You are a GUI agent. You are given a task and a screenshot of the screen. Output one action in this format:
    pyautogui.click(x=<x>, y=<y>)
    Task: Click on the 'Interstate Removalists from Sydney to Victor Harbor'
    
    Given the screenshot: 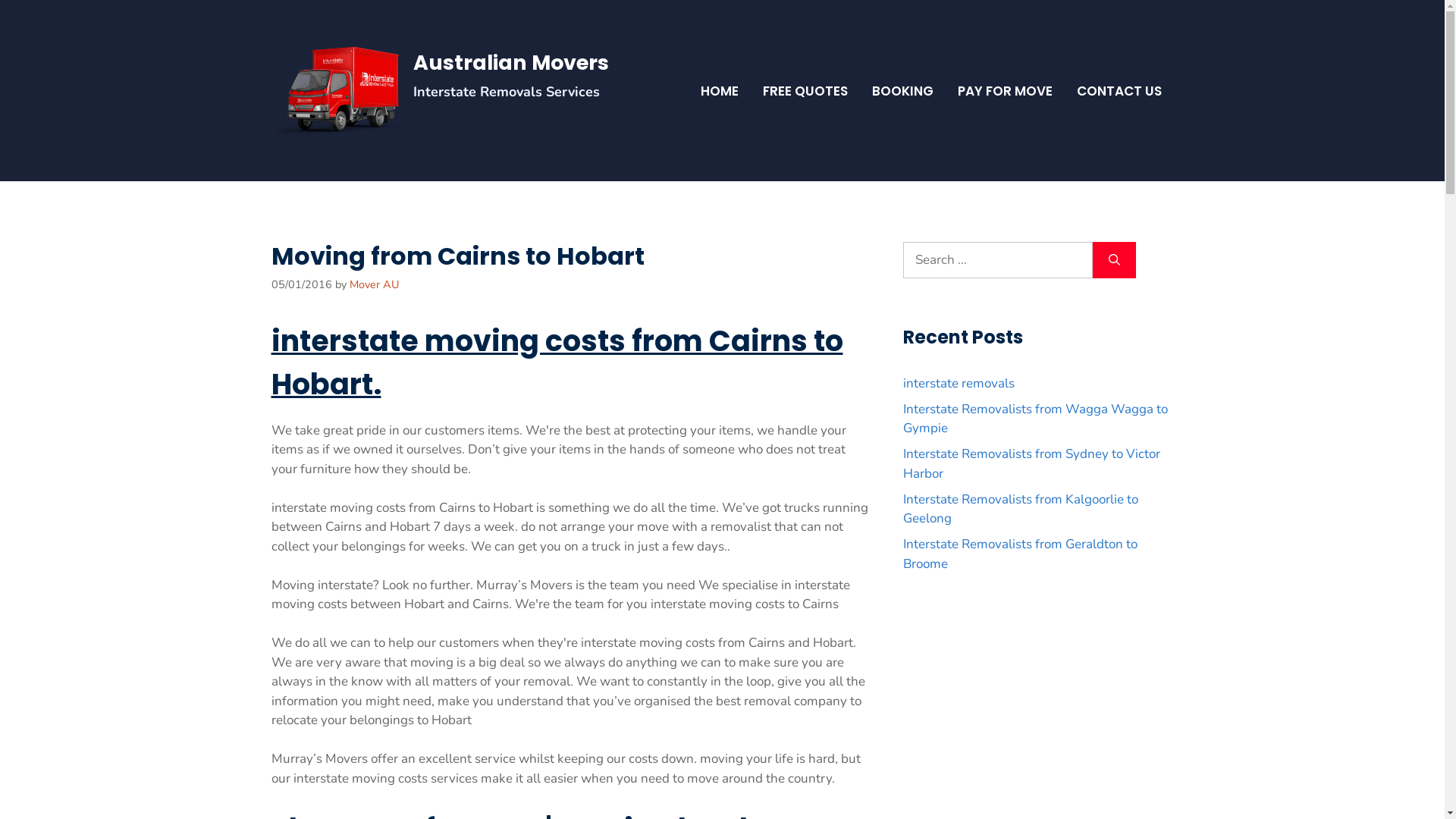 What is the action you would take?
    pyautogui.click(x=1031, y=463)
    